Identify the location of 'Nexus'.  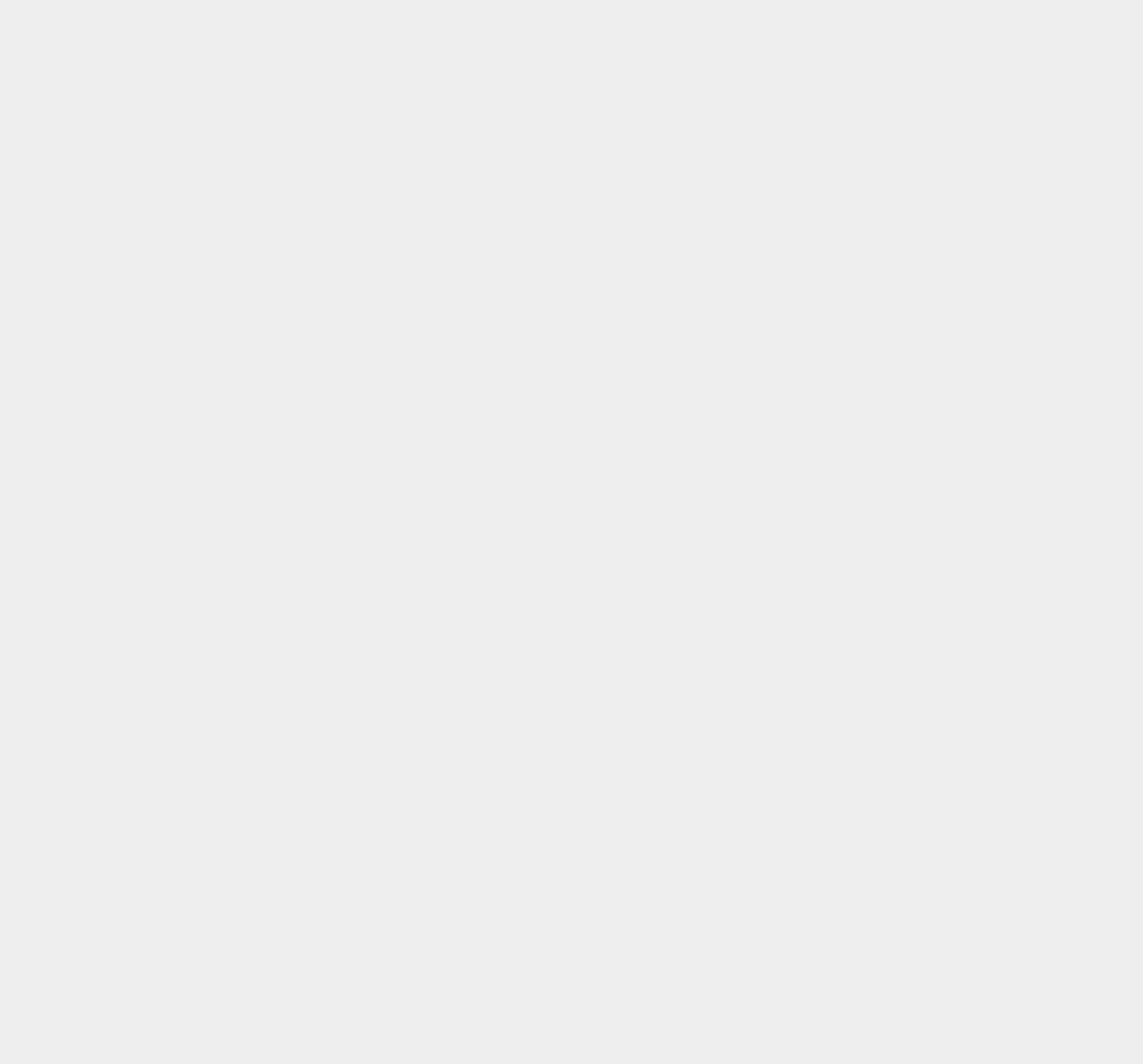
(826, 1010).